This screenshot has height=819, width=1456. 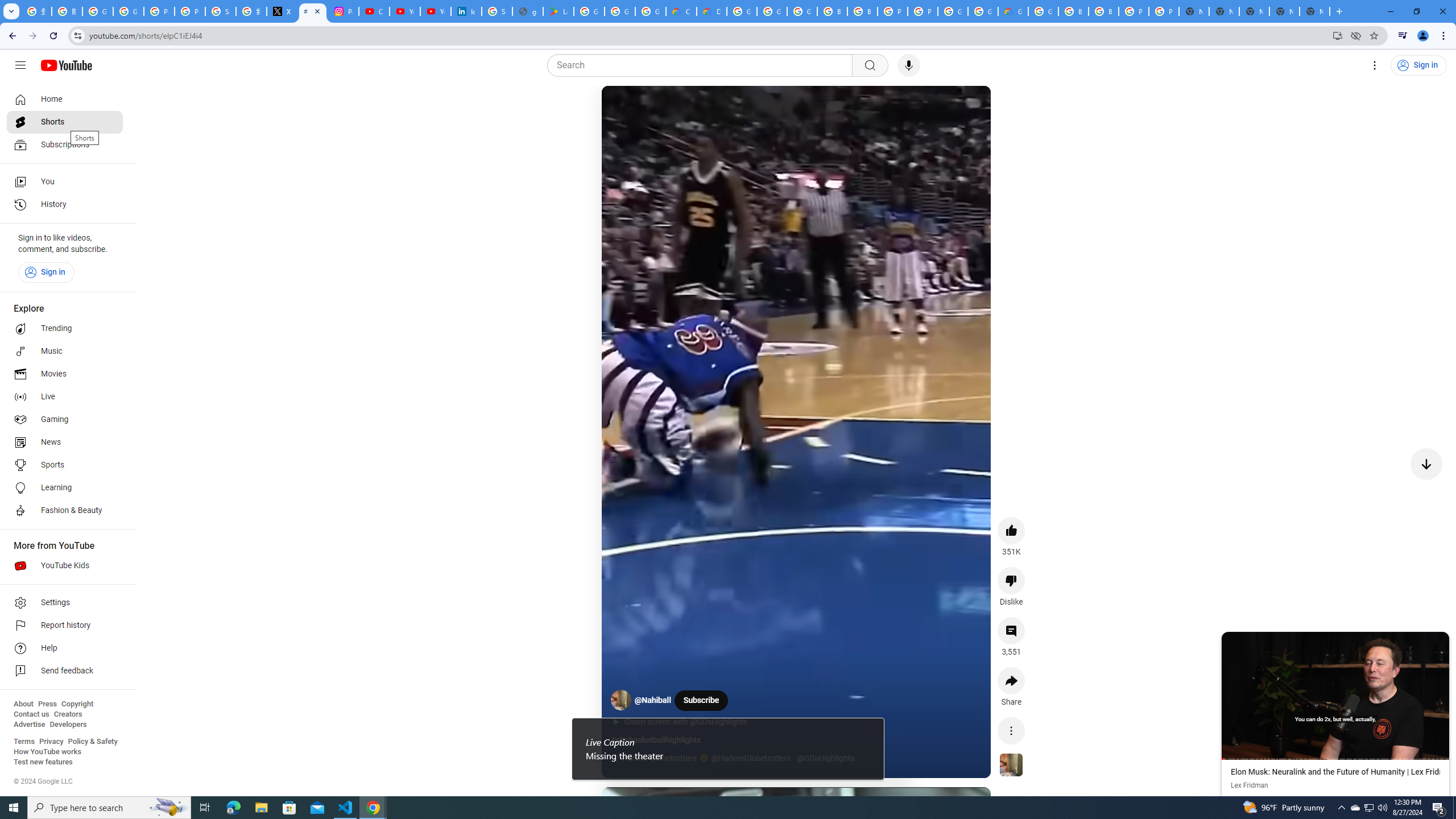 What do you see at coordinates (28, 723) in the screenshot?
I see `'Advertise'` at bounding box center [28, 723].